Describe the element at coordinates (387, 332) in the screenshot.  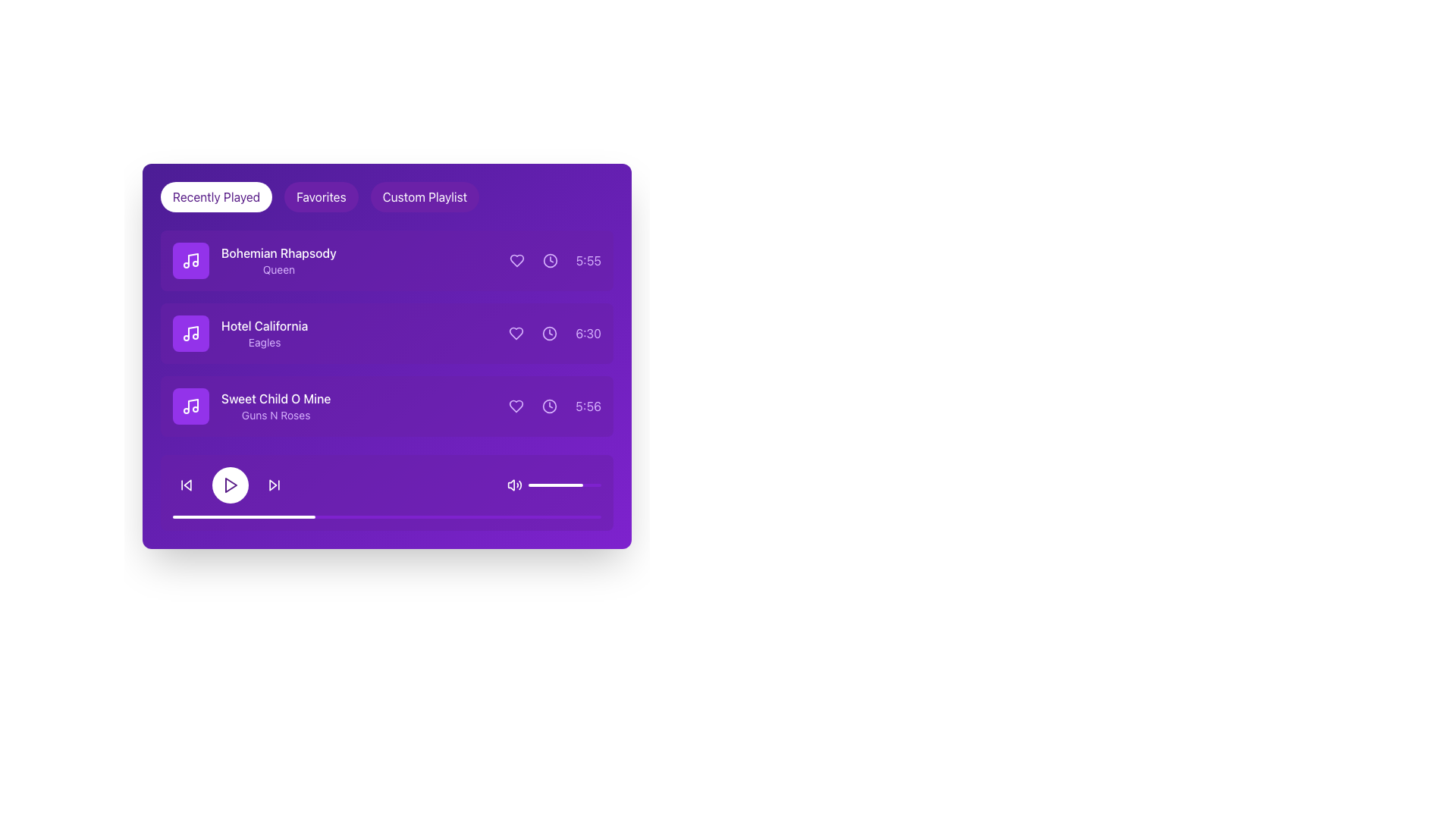
I see `the second item in the 'Recently Played' section of the music tracks list, which displays the song title, artist, and duration` at that location.